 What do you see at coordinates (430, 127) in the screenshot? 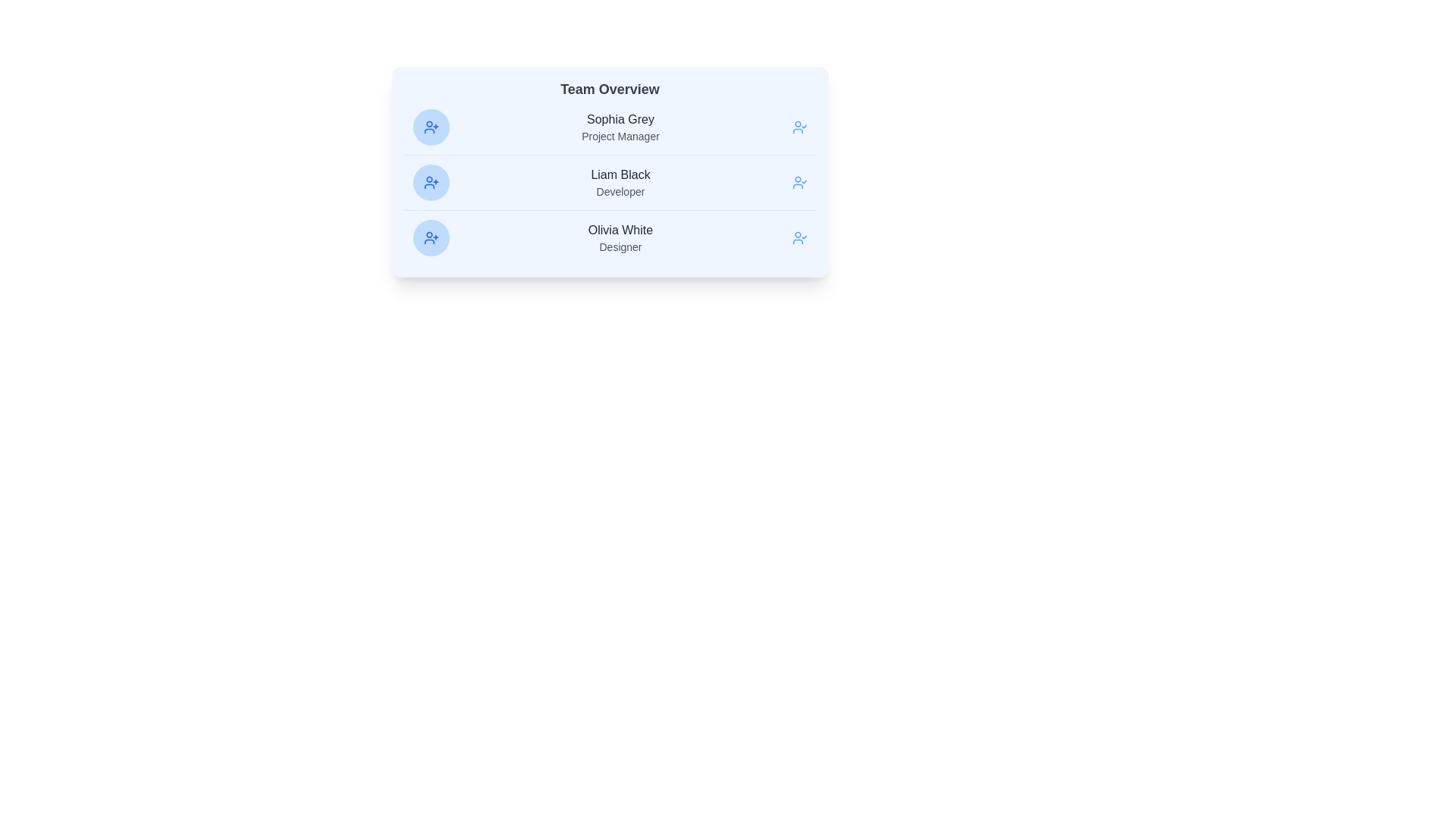
I see `the user icon located to the left of the text 'Sophia Grey', which is vertically aligned with it in the first row of the list inside the panel` at bounding box center [430, 127].